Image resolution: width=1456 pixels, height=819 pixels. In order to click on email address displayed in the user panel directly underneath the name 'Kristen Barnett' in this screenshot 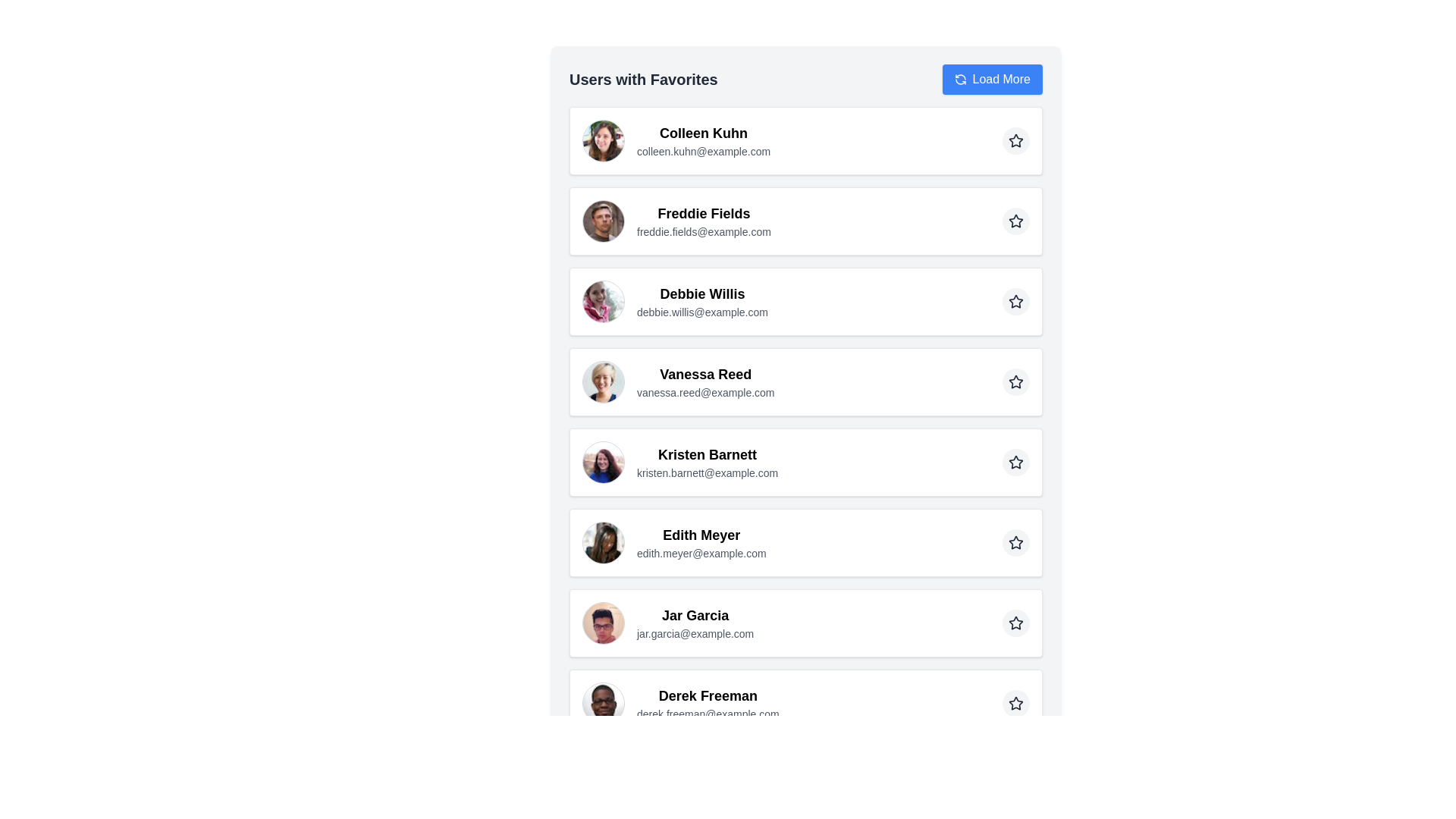, I will do `click(707, 472)`.